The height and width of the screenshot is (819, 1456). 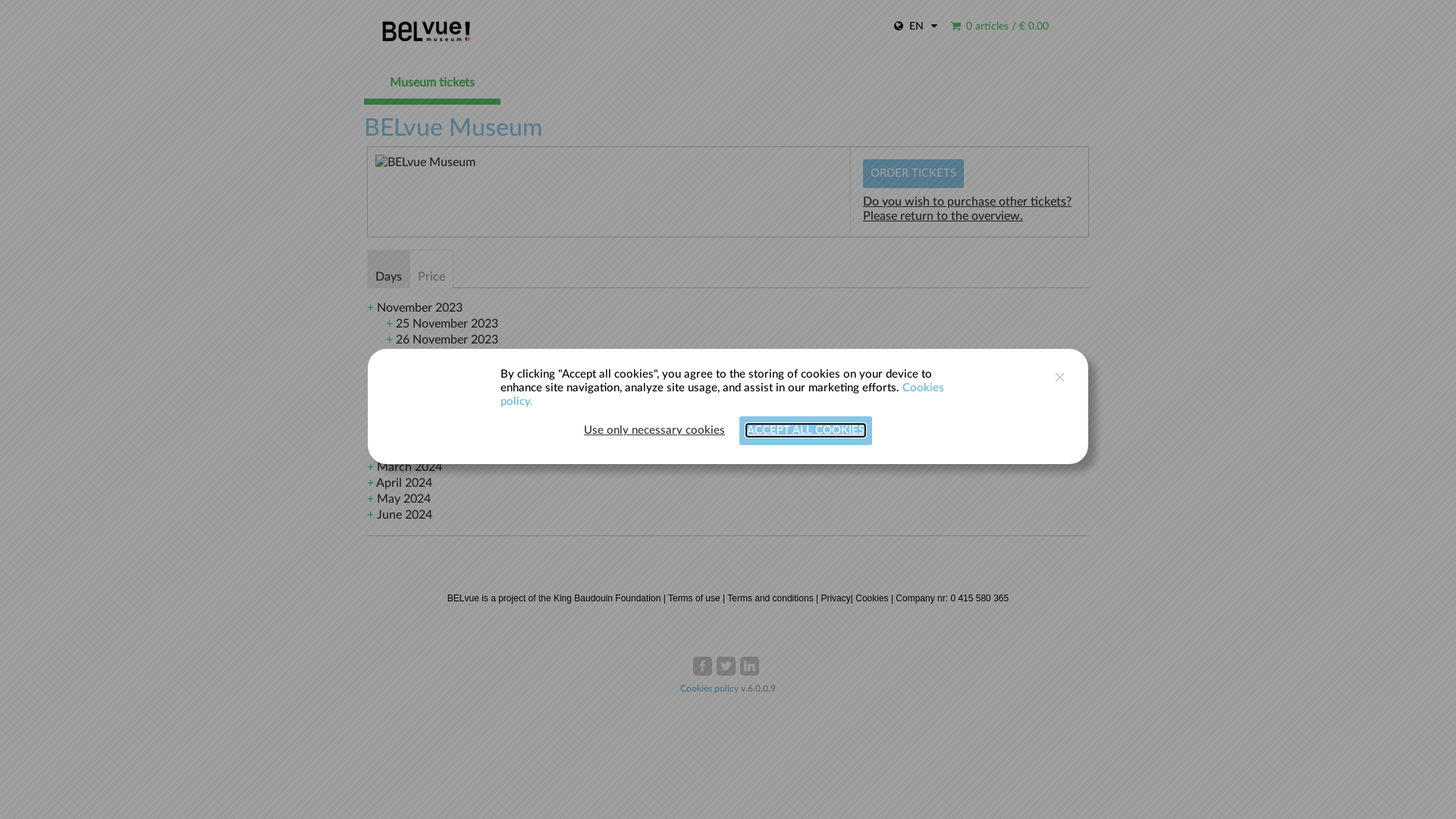 I want to click on '+', so click(x=389, y=371).